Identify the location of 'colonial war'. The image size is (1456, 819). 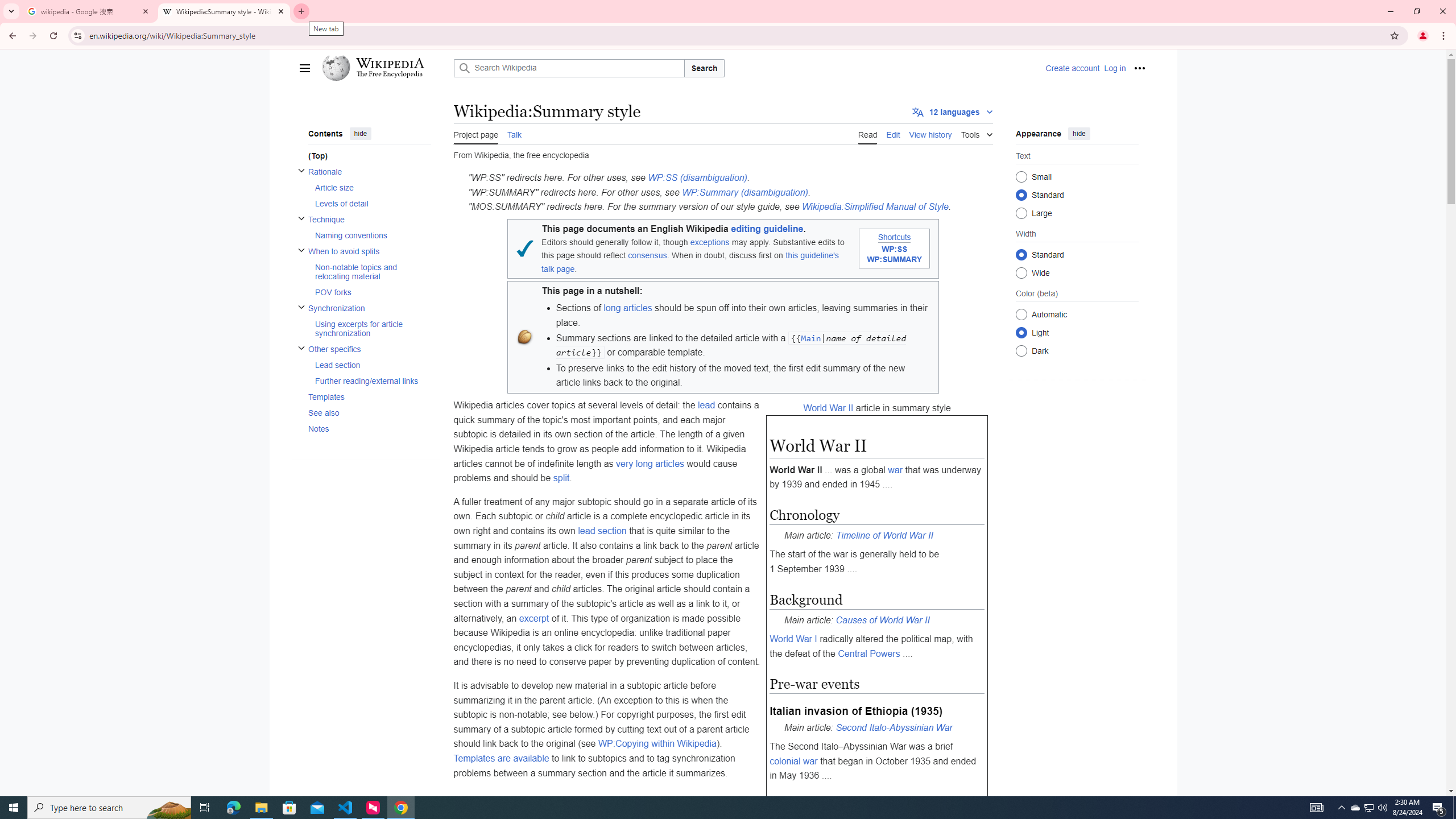
(793, 760).